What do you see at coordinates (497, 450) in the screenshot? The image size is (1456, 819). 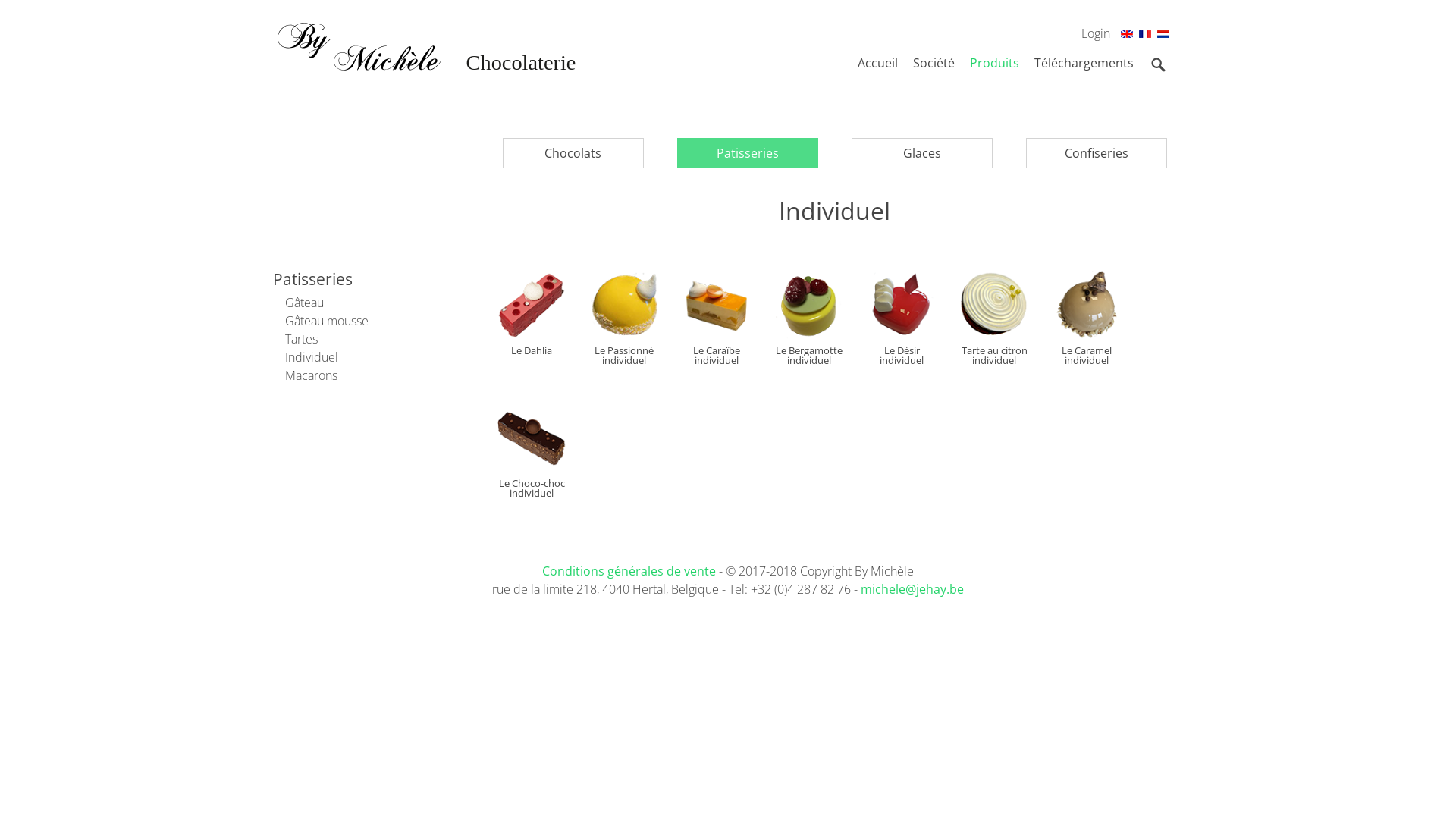 I see `'Le Choco-choc individuel'` at bounding box center [497, 450].